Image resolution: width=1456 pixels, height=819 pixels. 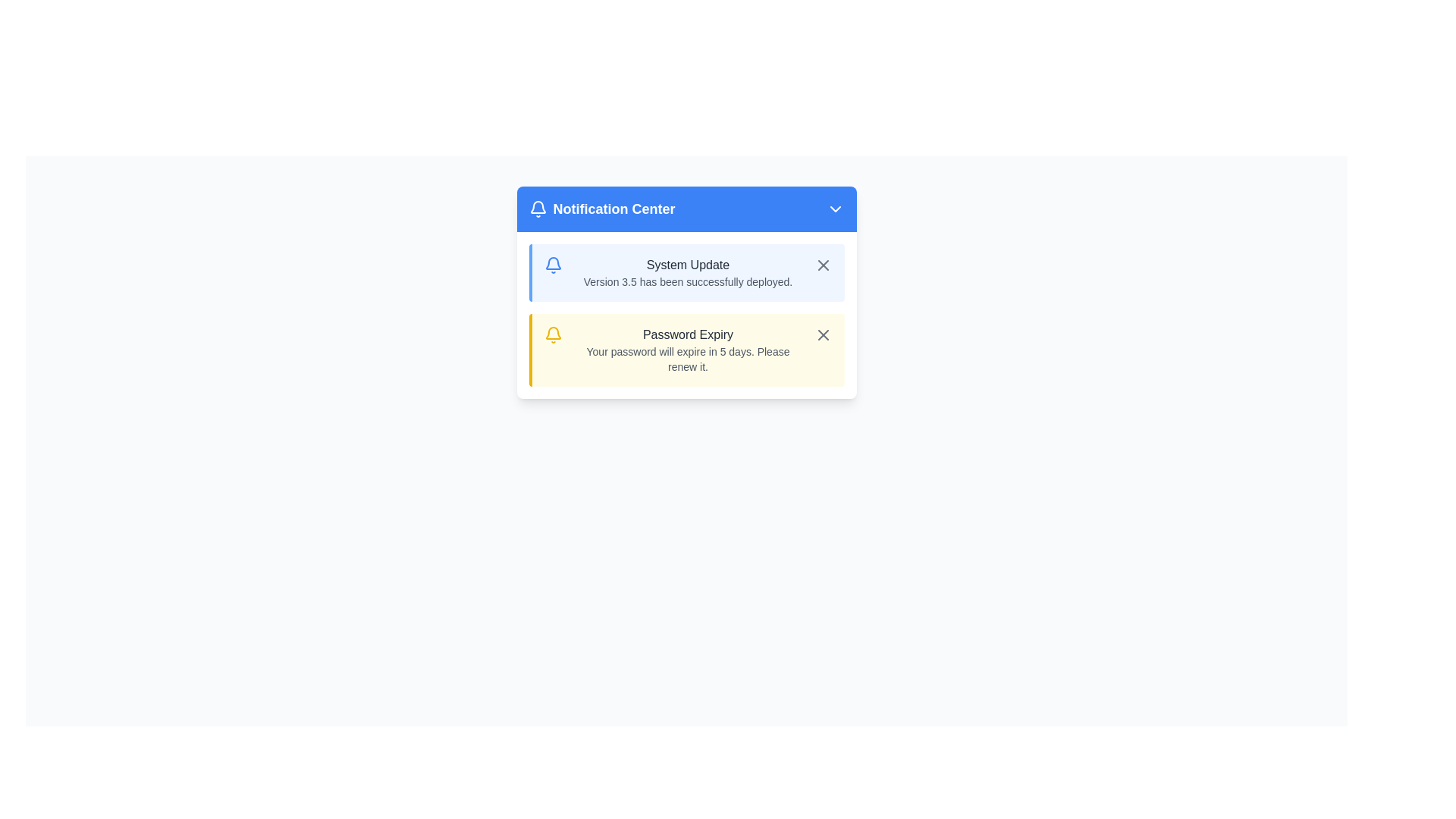 What do you see at coordinates (822, 265) in the screenshot?
I see `the 'X' icon in the upper right corner of the 'System Update' notification` at bounding box center [822, 265].